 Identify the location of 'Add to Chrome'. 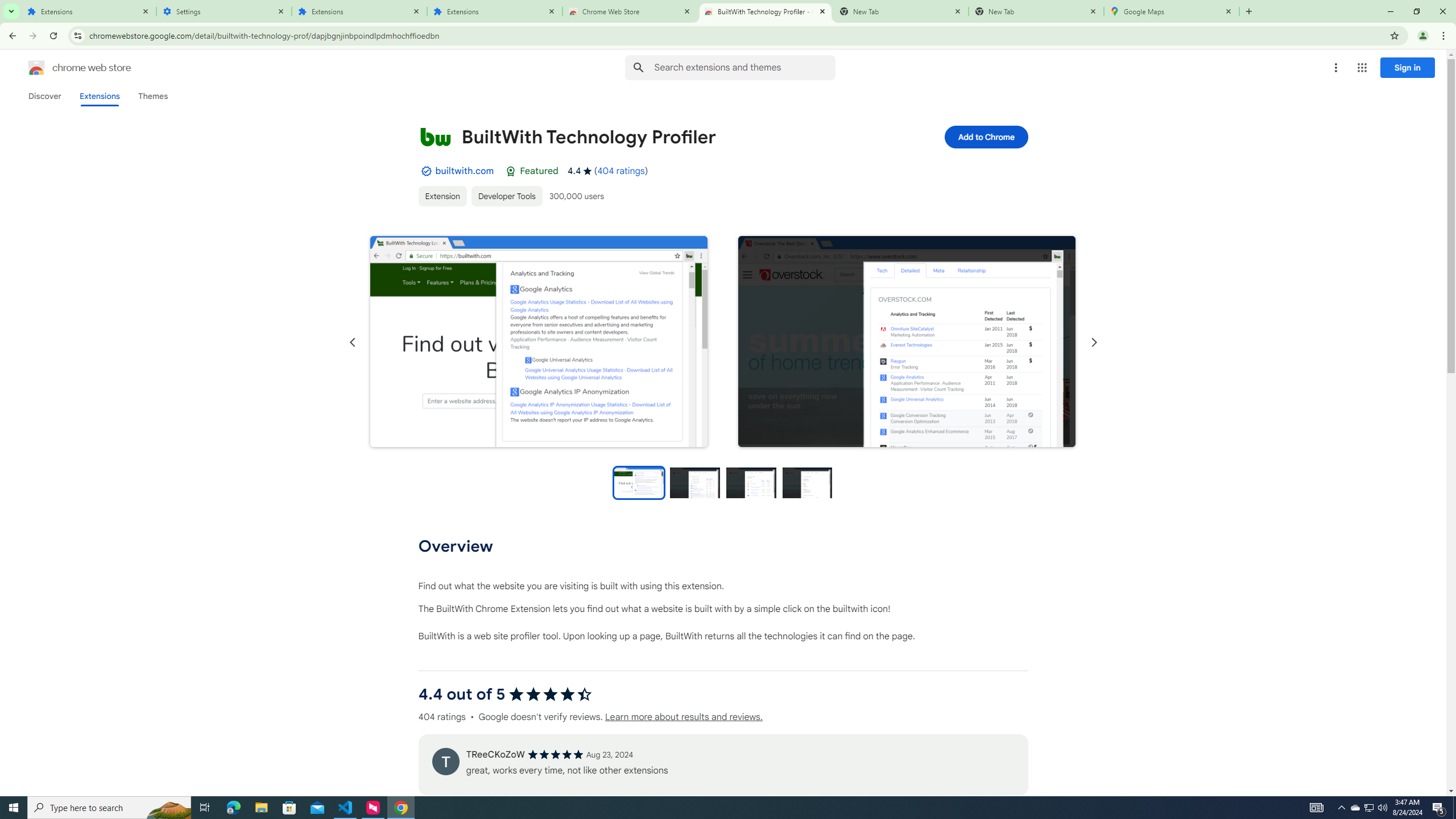
(985, 136).